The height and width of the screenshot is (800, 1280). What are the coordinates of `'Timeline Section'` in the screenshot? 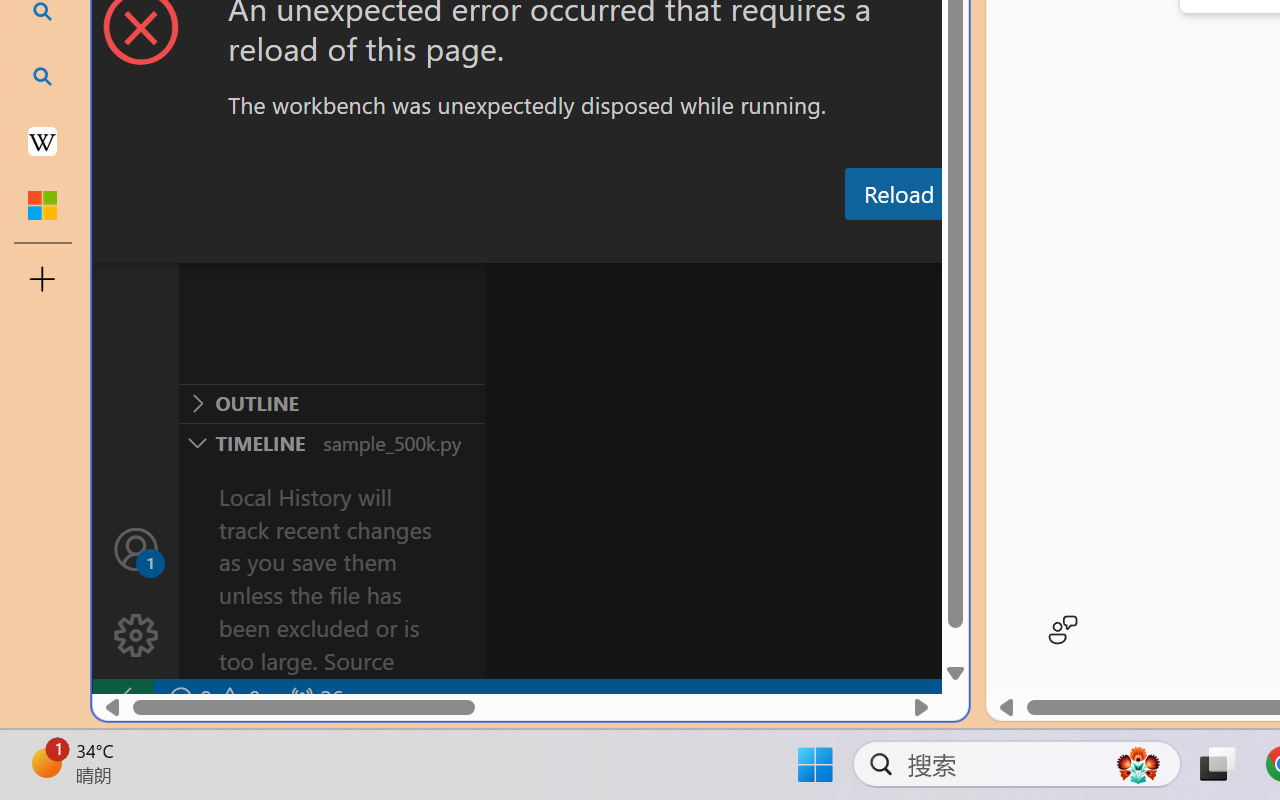 It's located at (331, 441).